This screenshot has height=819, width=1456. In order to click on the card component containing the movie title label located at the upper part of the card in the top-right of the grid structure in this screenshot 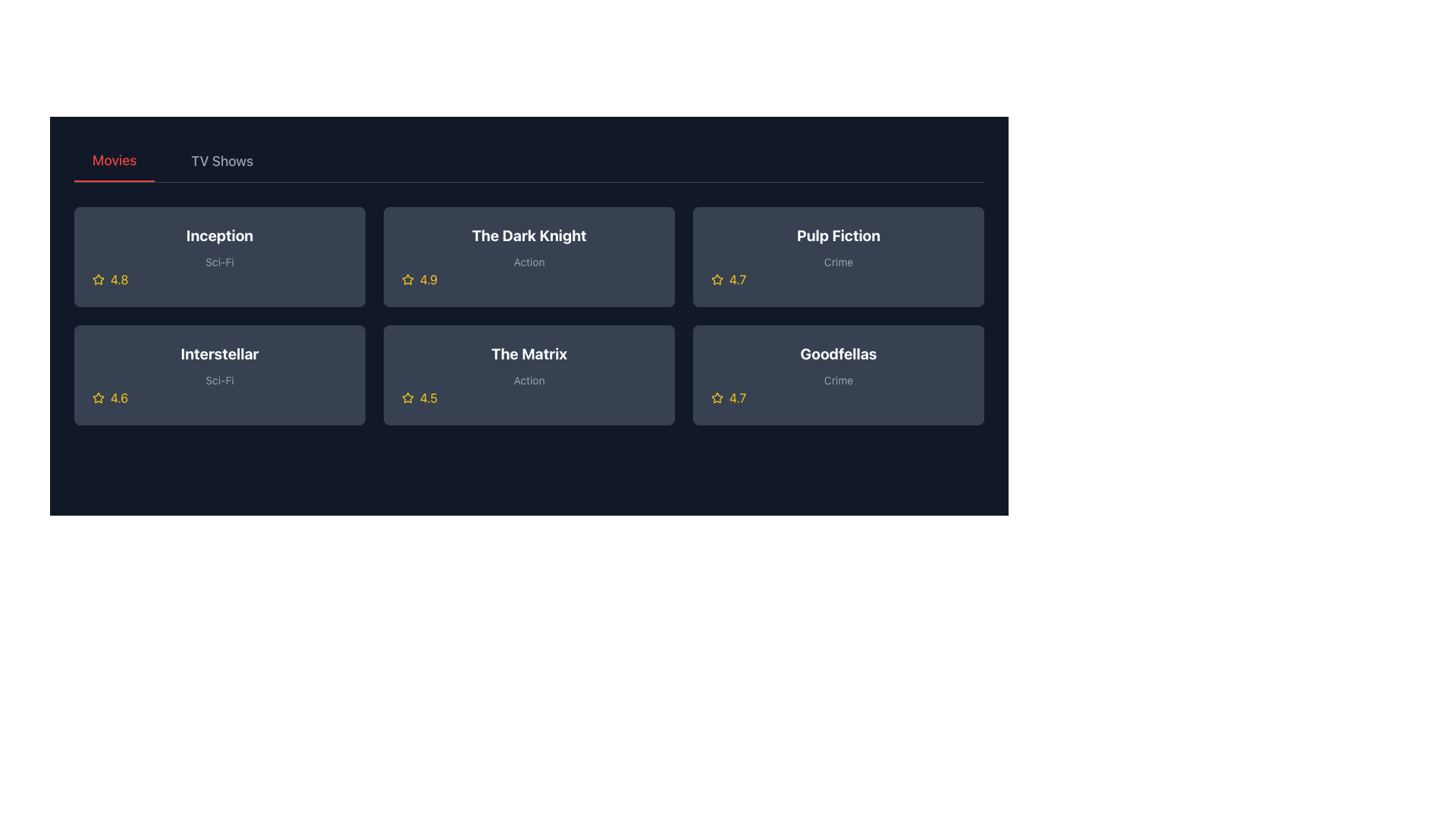, I will do `click(837, 236)`.